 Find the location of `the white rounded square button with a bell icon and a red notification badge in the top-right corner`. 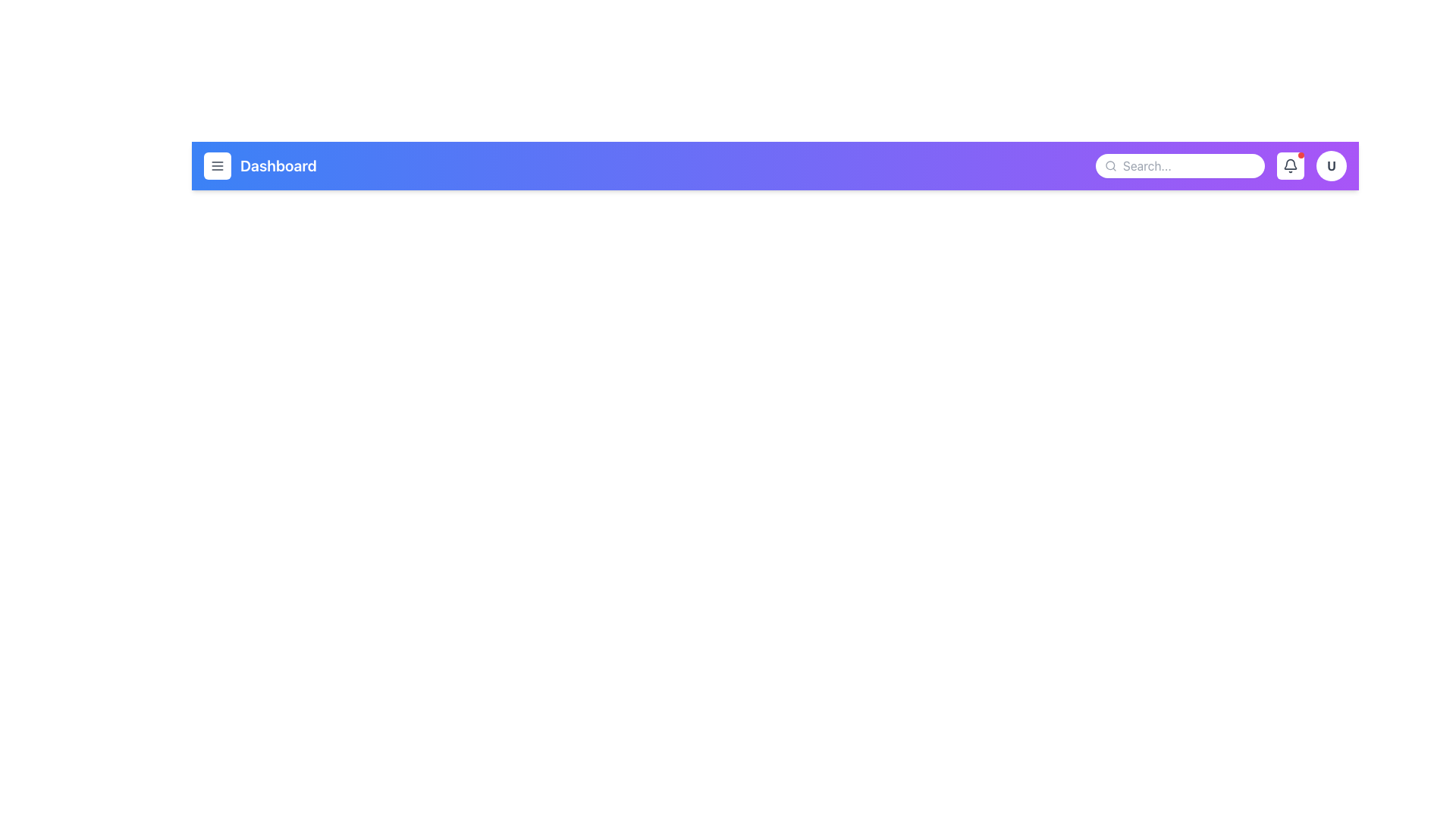

the white rounded square button with a bell icon and a red notification badge in the top-right corner is located at coordinates (1290, 166).